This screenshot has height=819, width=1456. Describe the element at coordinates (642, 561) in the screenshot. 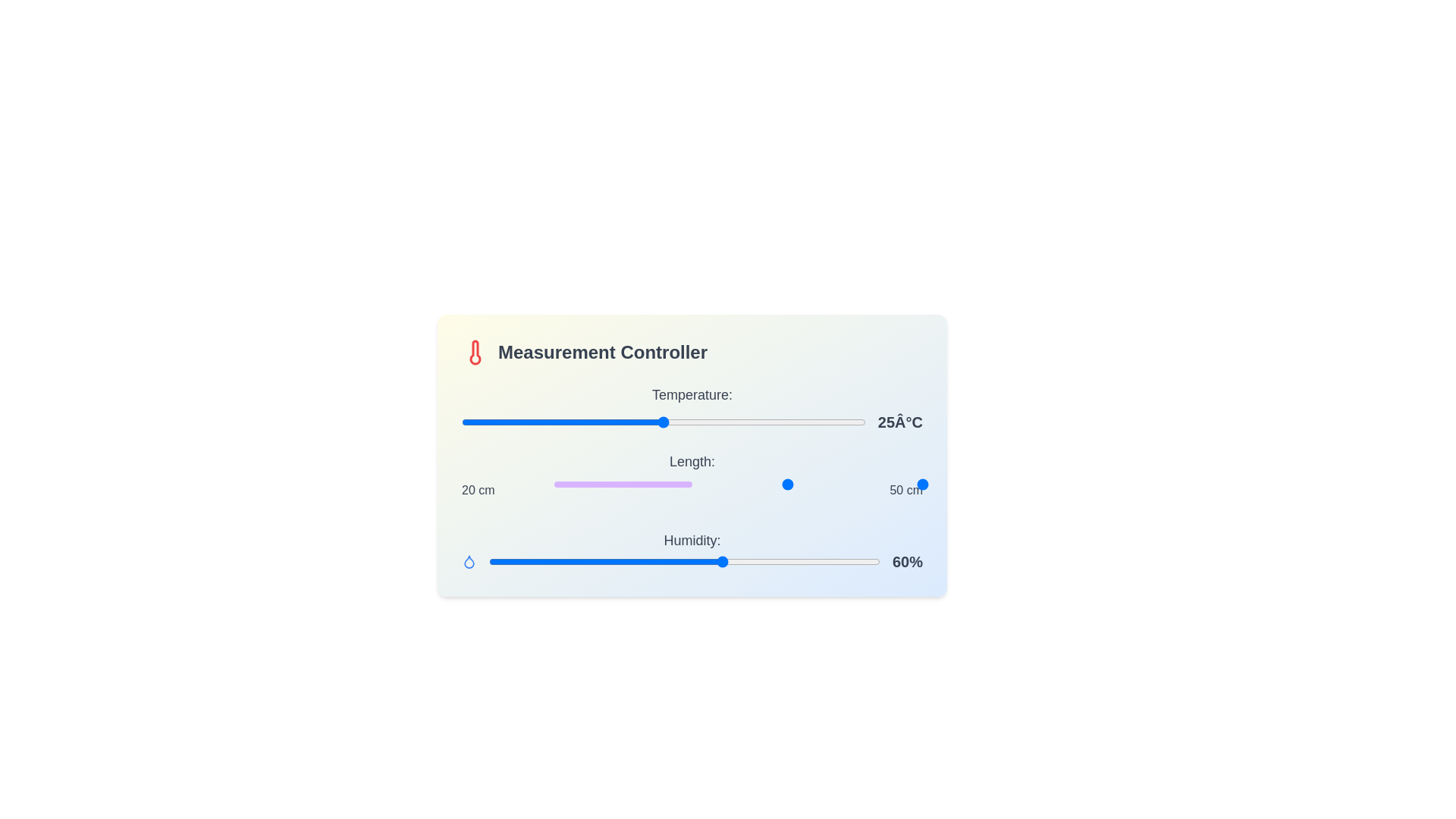

I see `the humidity level` at that location.